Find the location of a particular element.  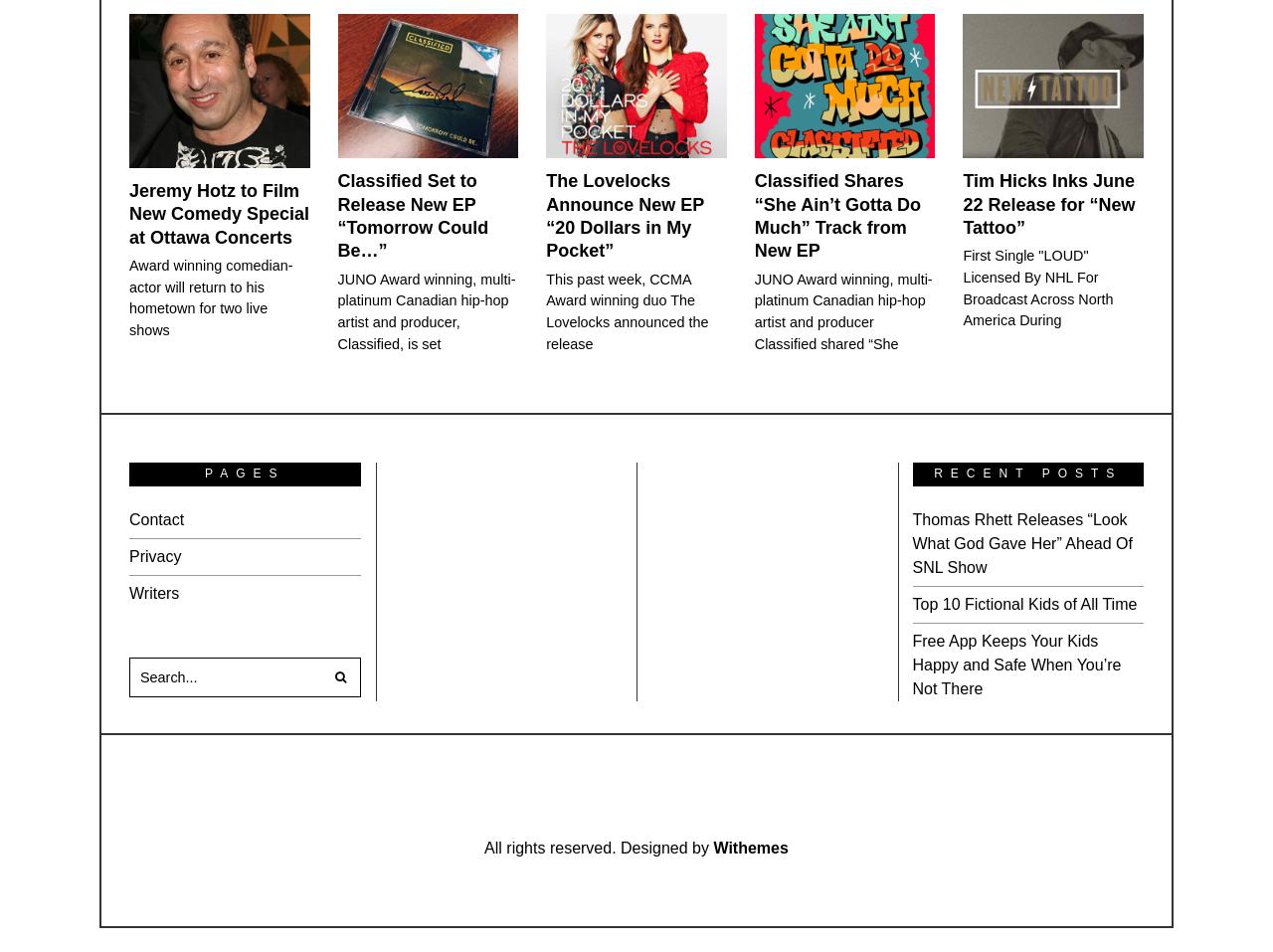

'Thomas Rhett Releases “Look What God Gave Her” Ahead Of SNL Show' is located at coordinates (1021, 542).